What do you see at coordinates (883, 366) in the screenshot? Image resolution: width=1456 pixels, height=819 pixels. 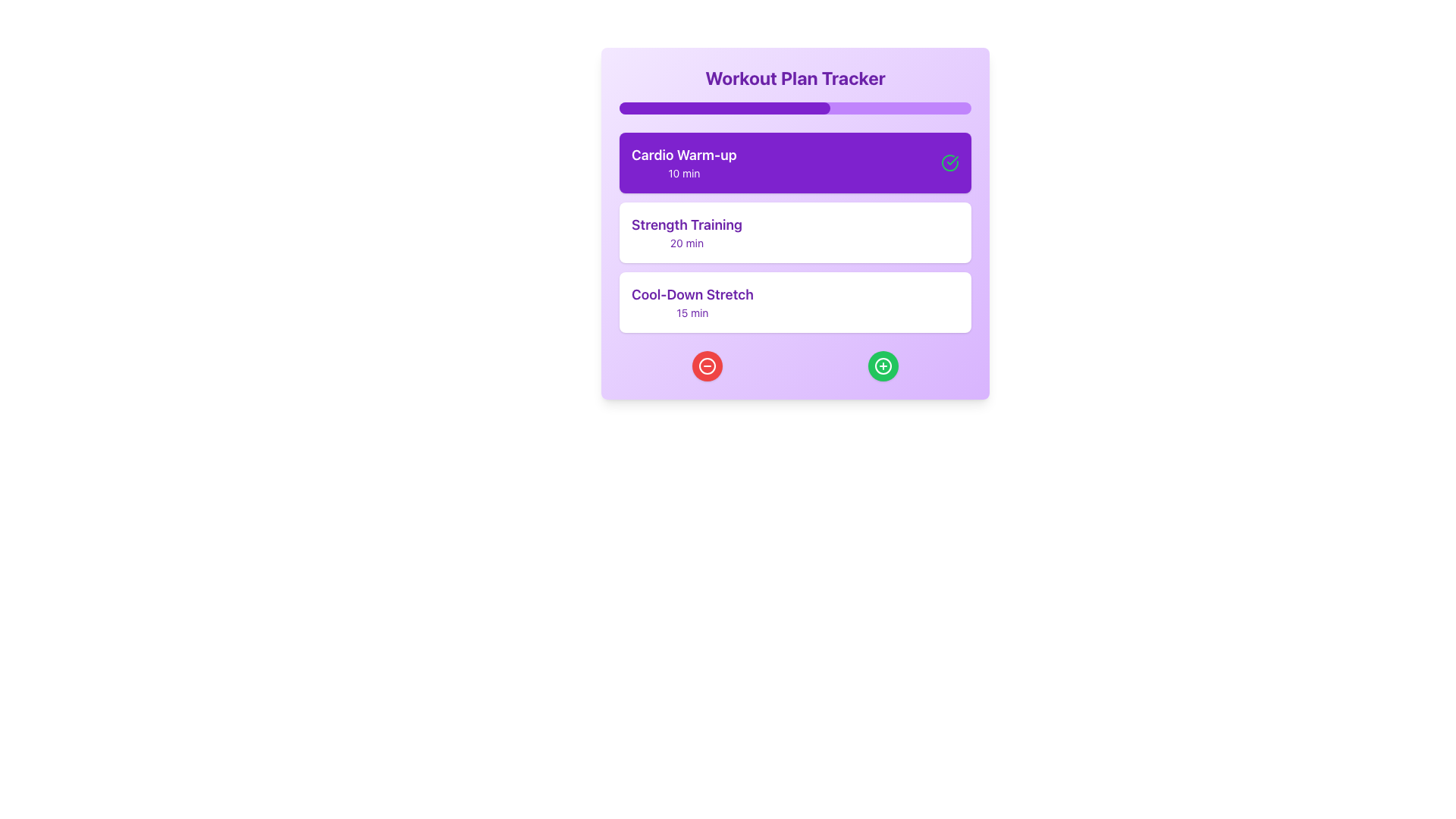 I see `the green circular button with a white cross symbol` at bounding box center [883, 366].